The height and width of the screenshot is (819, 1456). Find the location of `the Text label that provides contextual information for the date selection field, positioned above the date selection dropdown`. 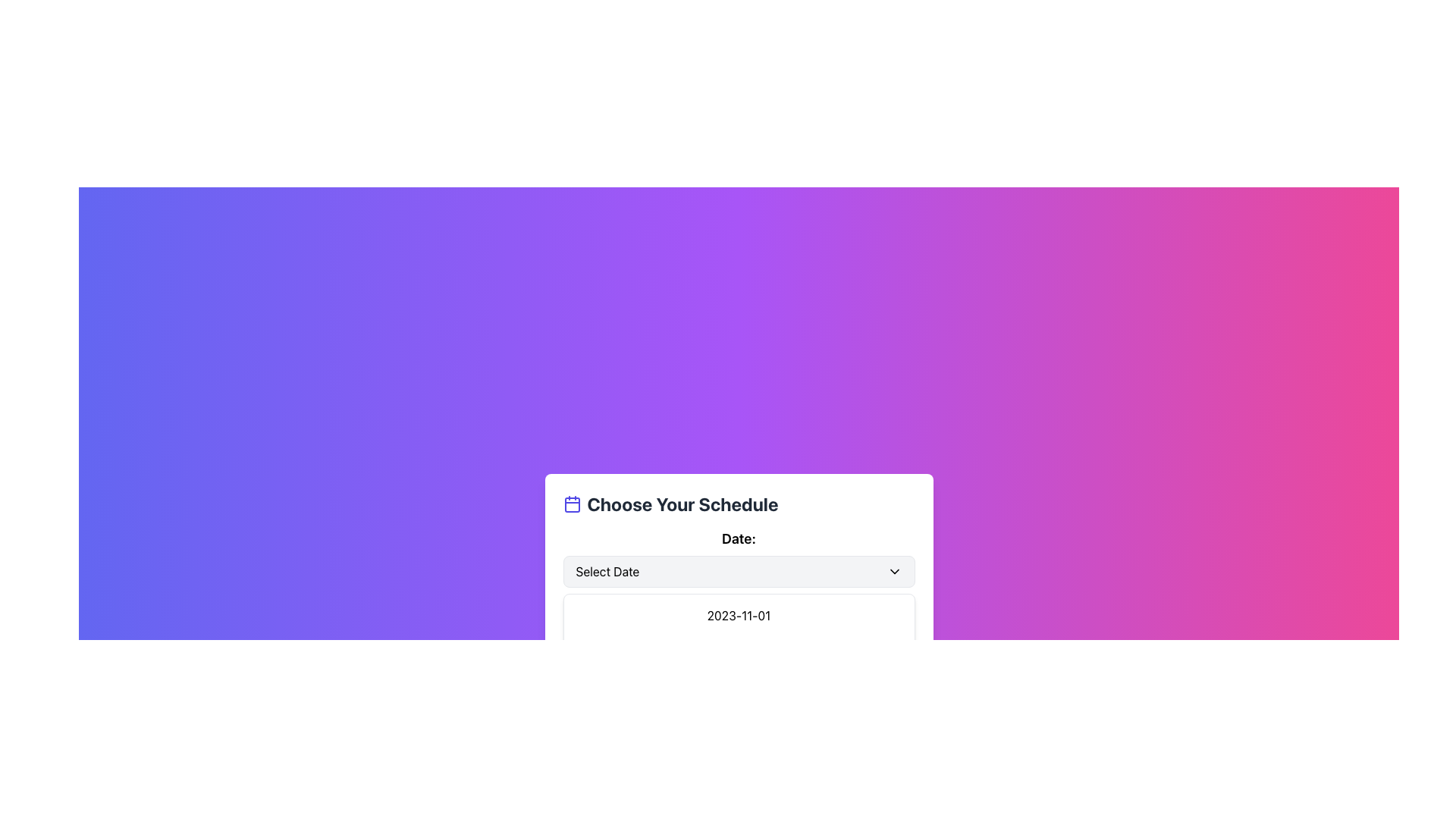

the Text label that provides contextual information for the date selection field, positioned above the date selection dropdown is located at coordinates (739, 538).